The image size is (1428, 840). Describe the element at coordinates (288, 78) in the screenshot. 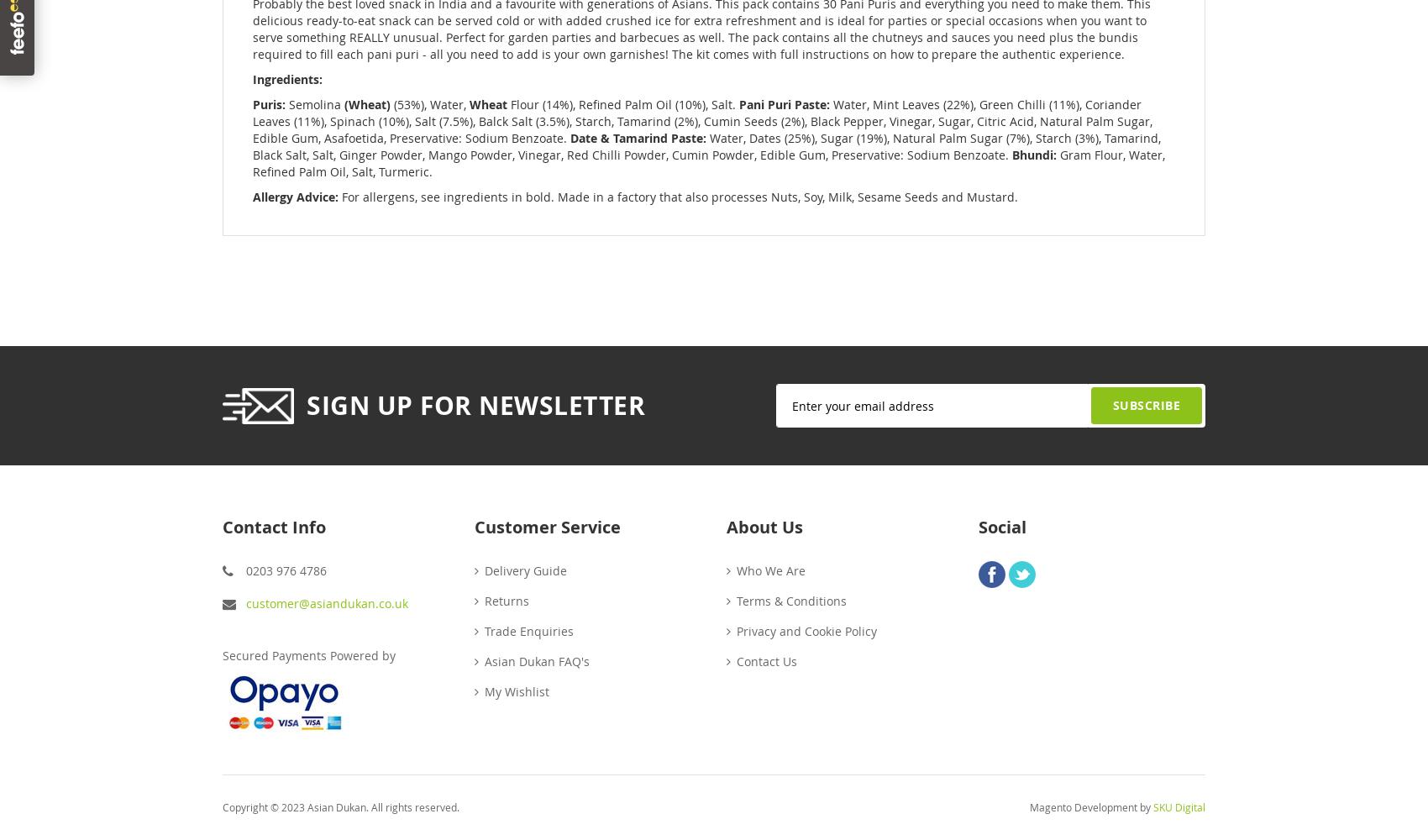

I see `'Ingredients:'` at that location.